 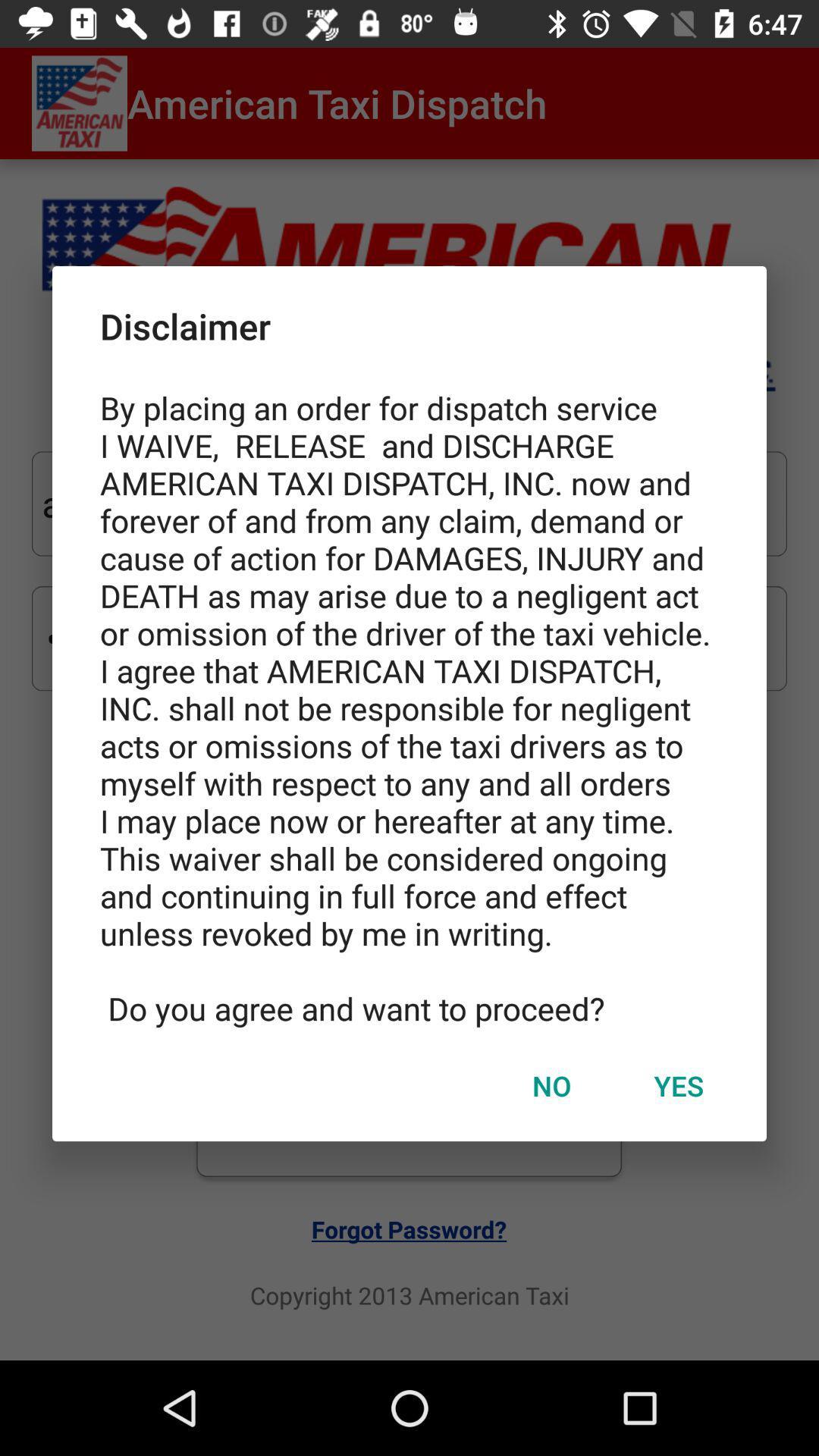 I want to click on the icon to the left of yes icon, so click(x=551, y=1084).